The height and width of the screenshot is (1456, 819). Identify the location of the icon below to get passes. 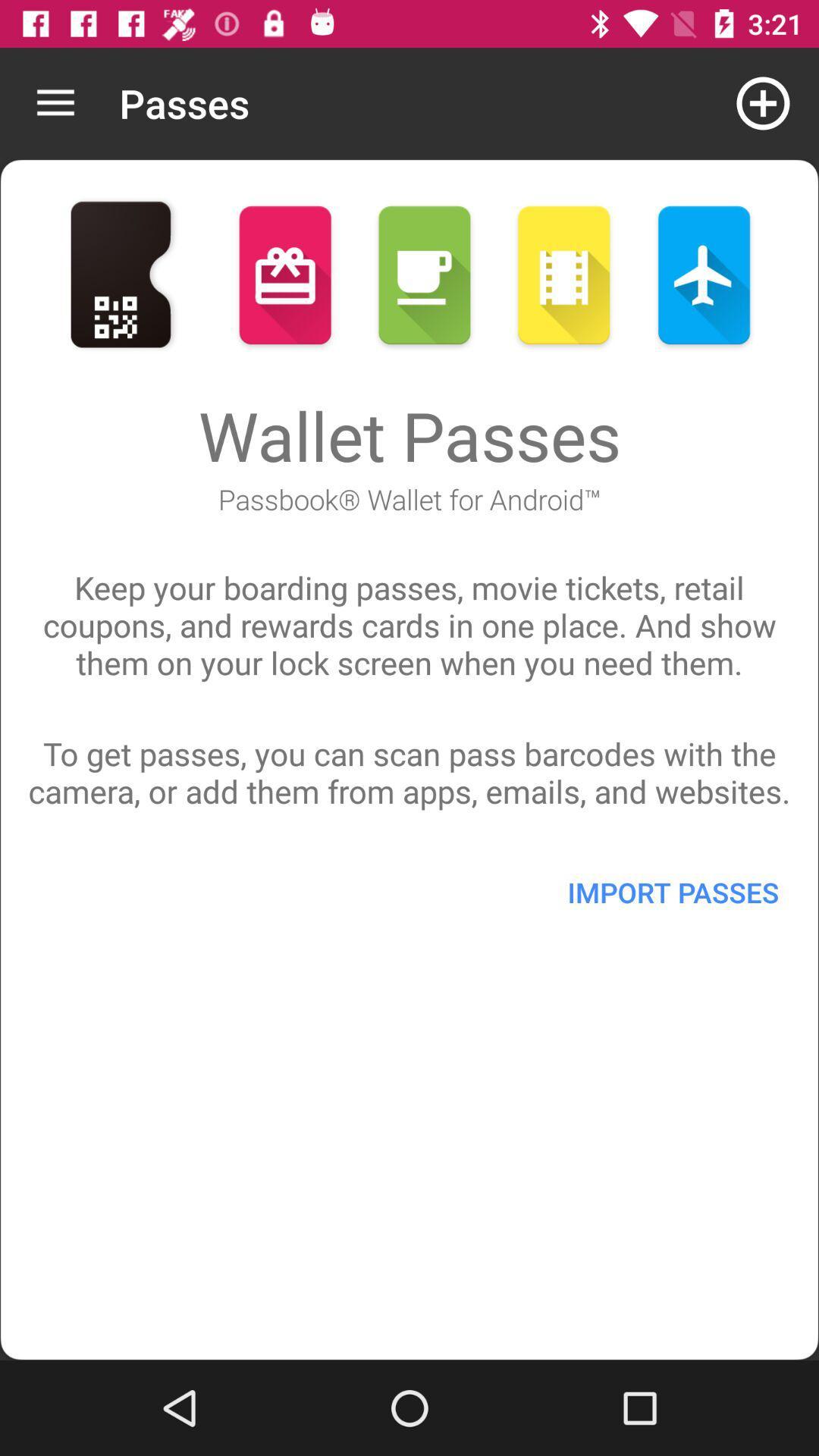
(672, 892).